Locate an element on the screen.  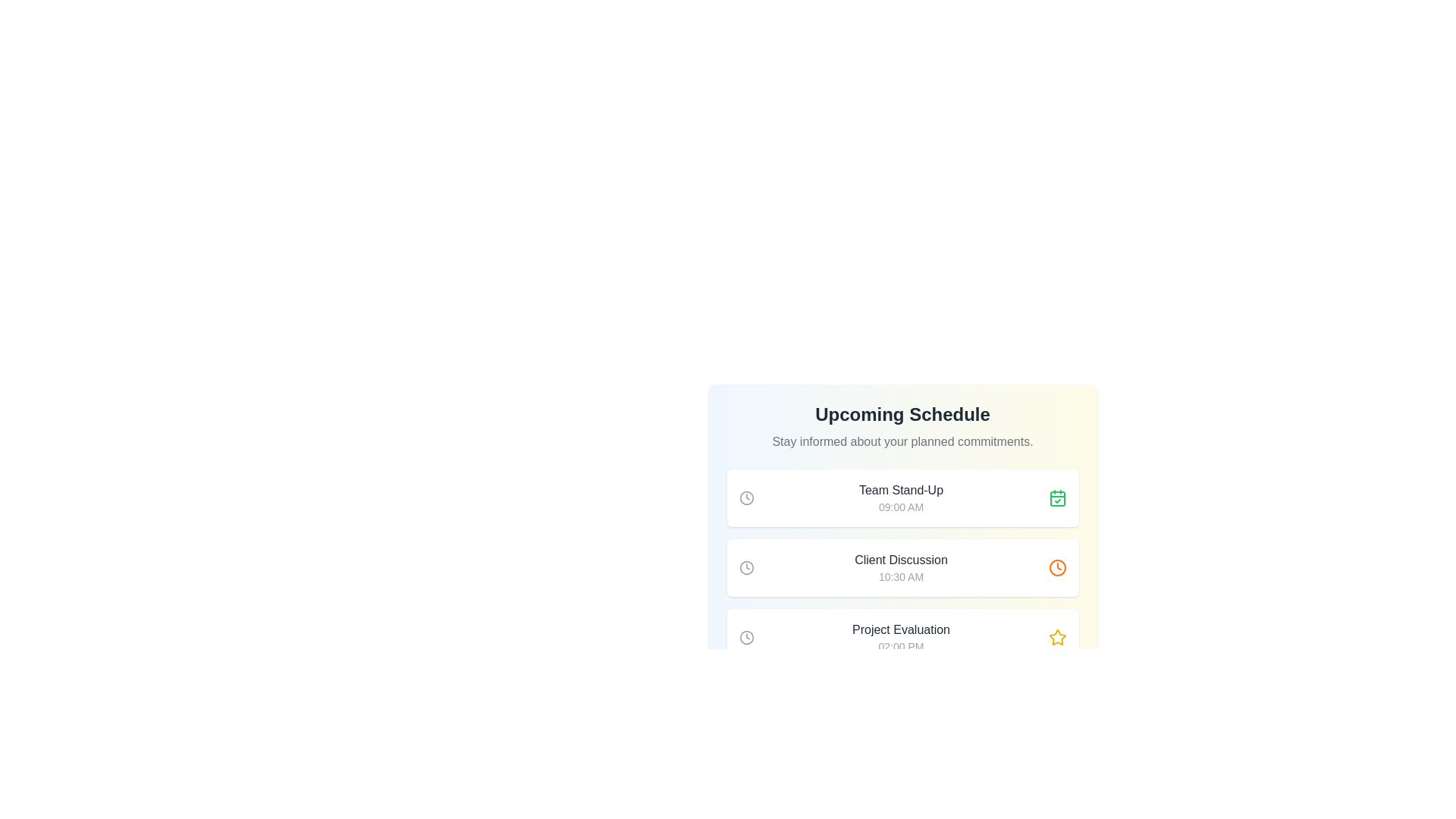
the decorative circle in the clock icon located to the left of the 'Client Discussion' text in the second list item is located at coordinates (746, 567).